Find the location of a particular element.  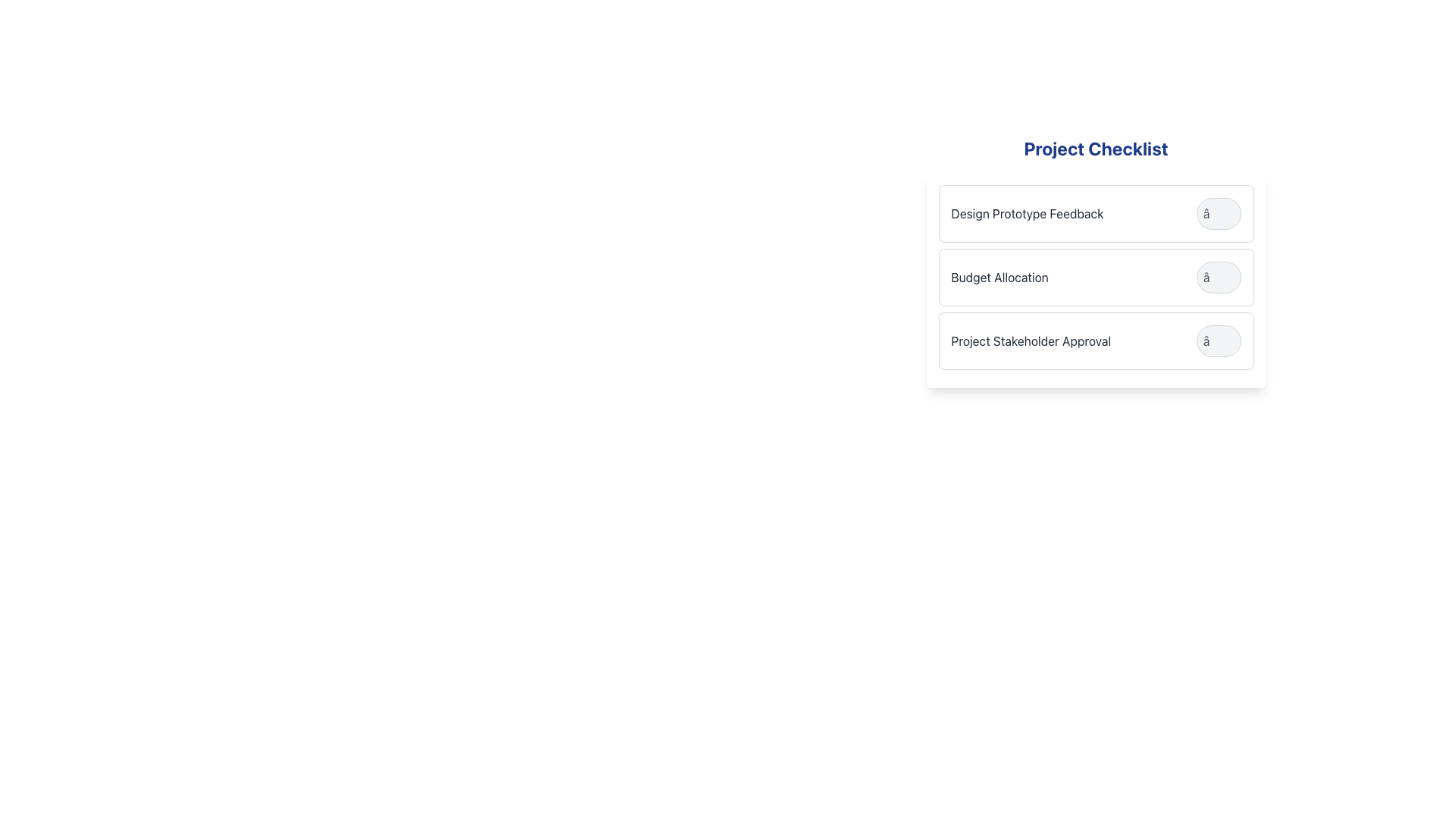

the 'Project Checklist' text label, which is a bold, blue header located at the top of the checklist section is located at coordinates (1096, 149).